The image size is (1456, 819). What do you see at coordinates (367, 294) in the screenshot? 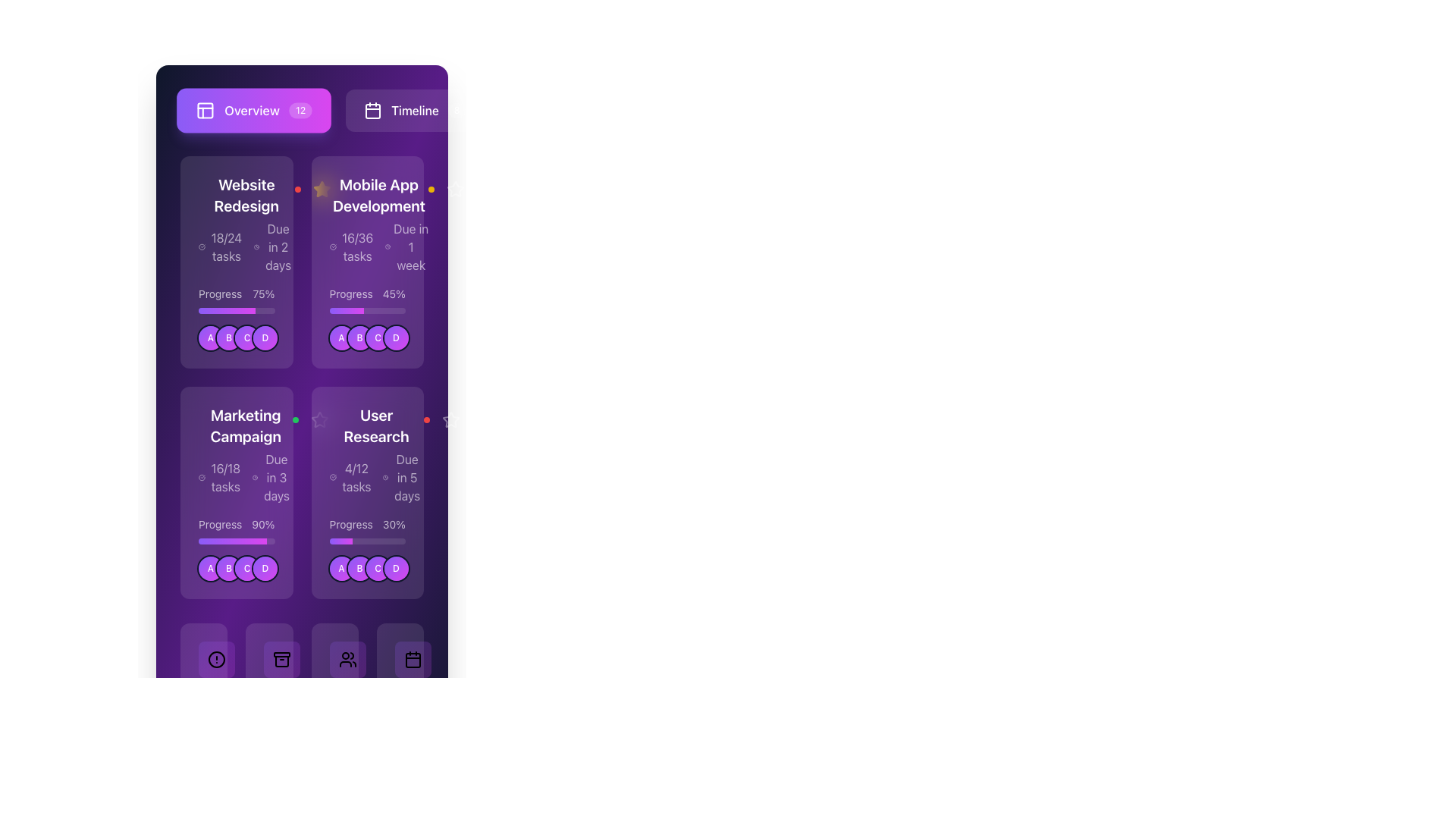
I see `the text label displaying 'Progress 45%' located in the middle section of the 'Mobile App Development' card, positioned above the progress bar` at bounding box center [367, 294].